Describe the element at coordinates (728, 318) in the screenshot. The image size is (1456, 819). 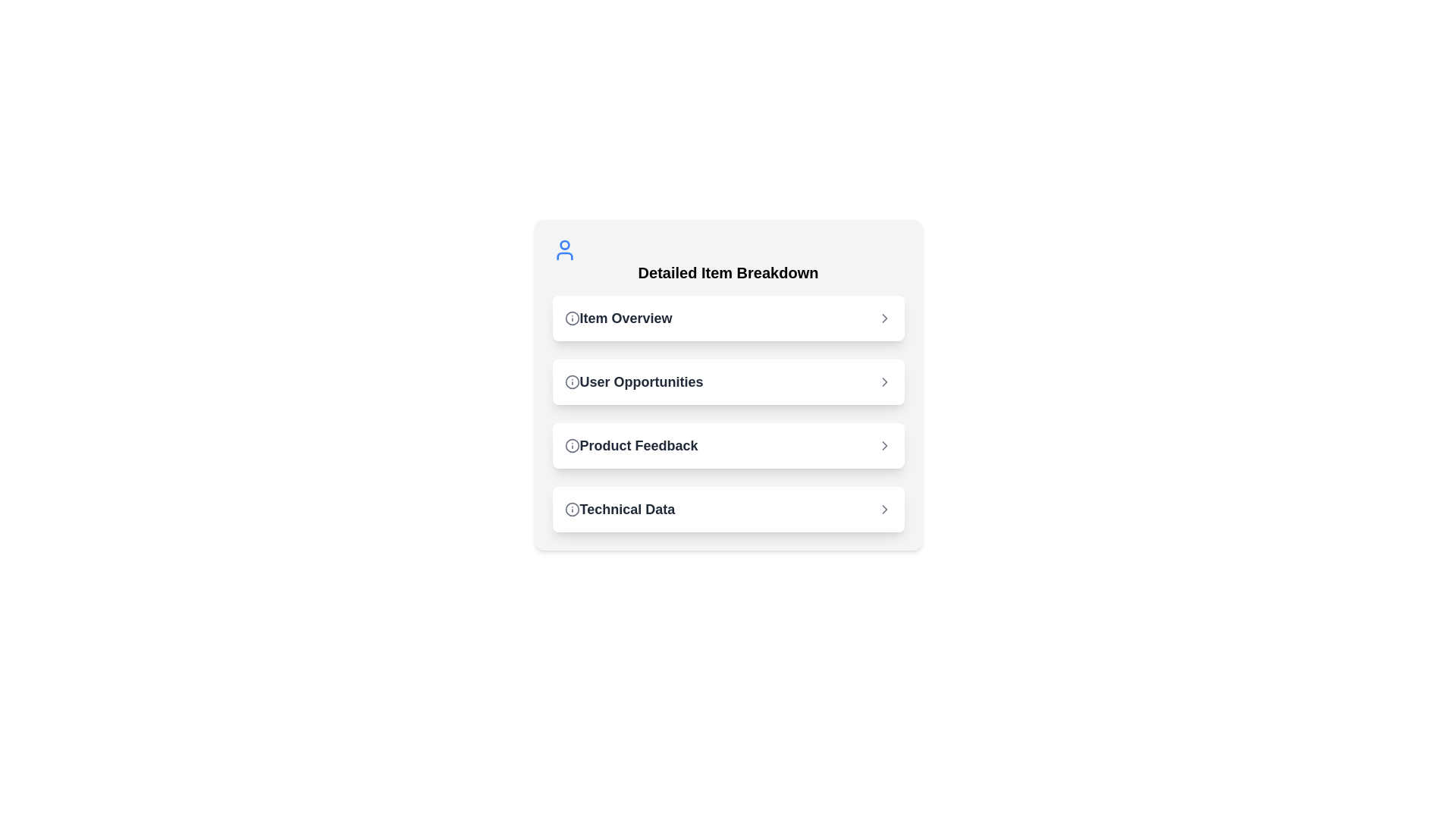
I see `the topmost button-like interactive list item` at that location.